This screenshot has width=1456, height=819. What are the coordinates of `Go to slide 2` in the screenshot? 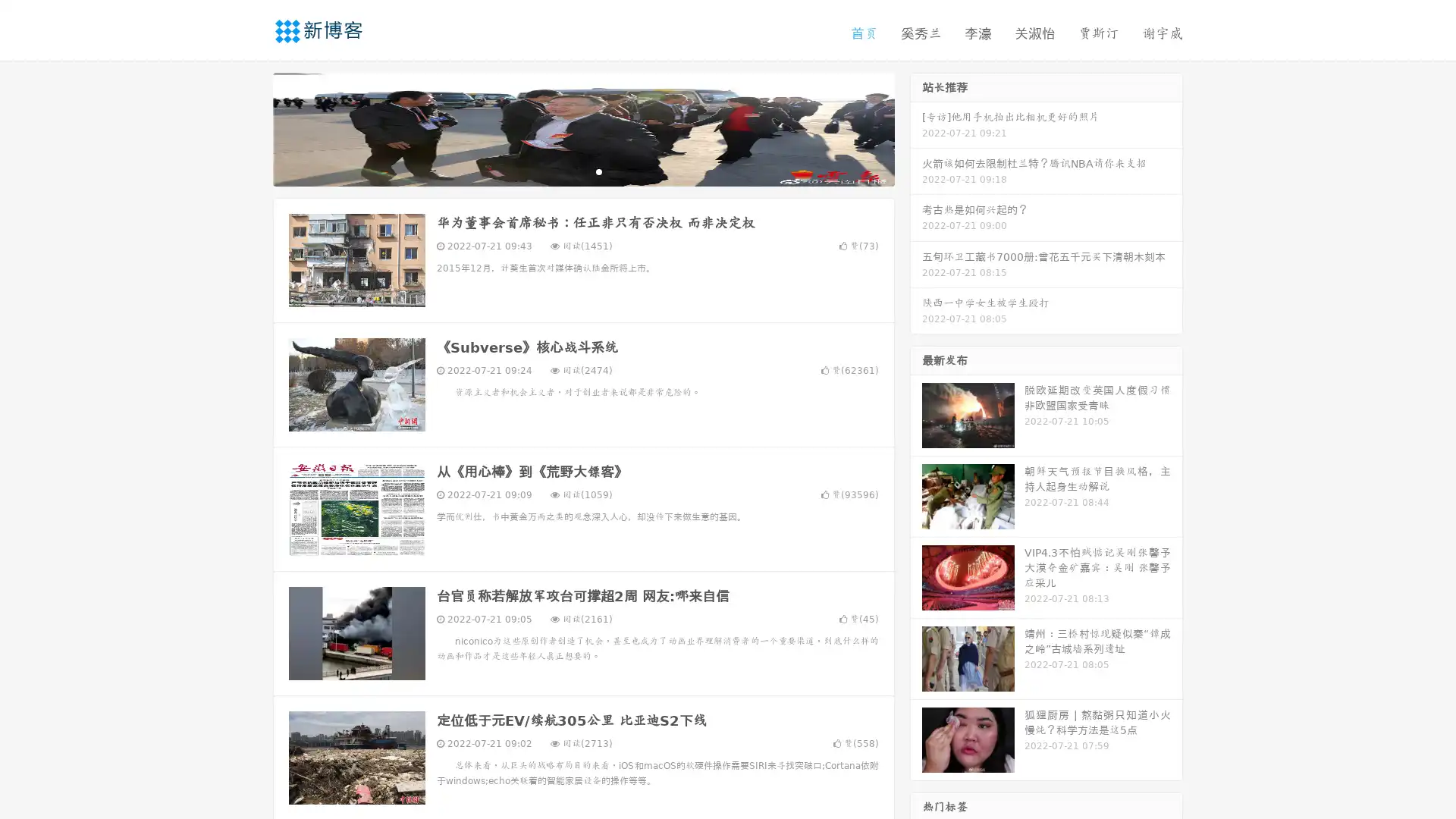 It's located at (582, 171).